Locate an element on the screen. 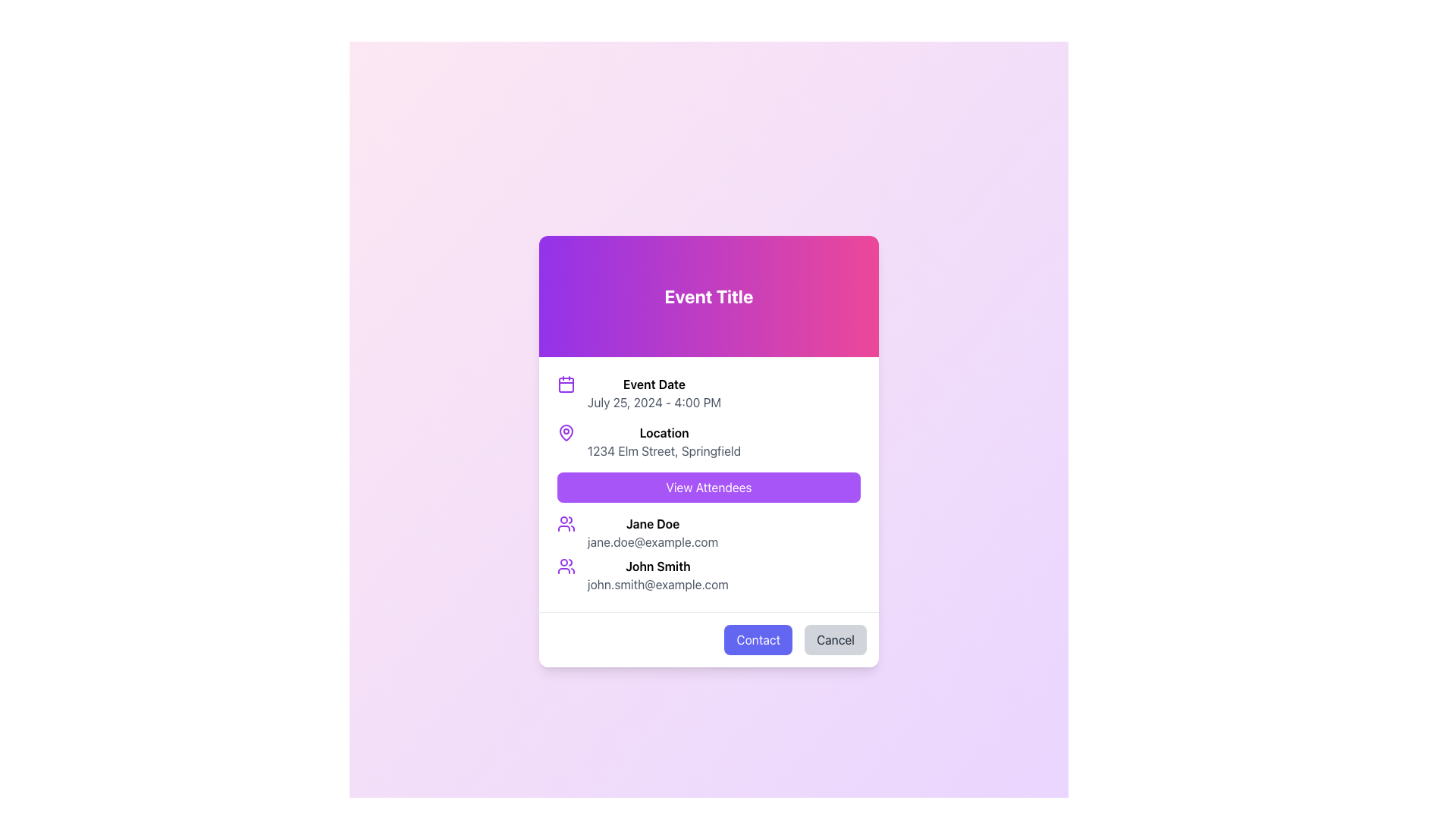 This screenshot has height=819, width=1456. the button that reveals the list of attendees for the event, located two-thirds down the modal window, horizontally centered is located at coordinates (708, 487).